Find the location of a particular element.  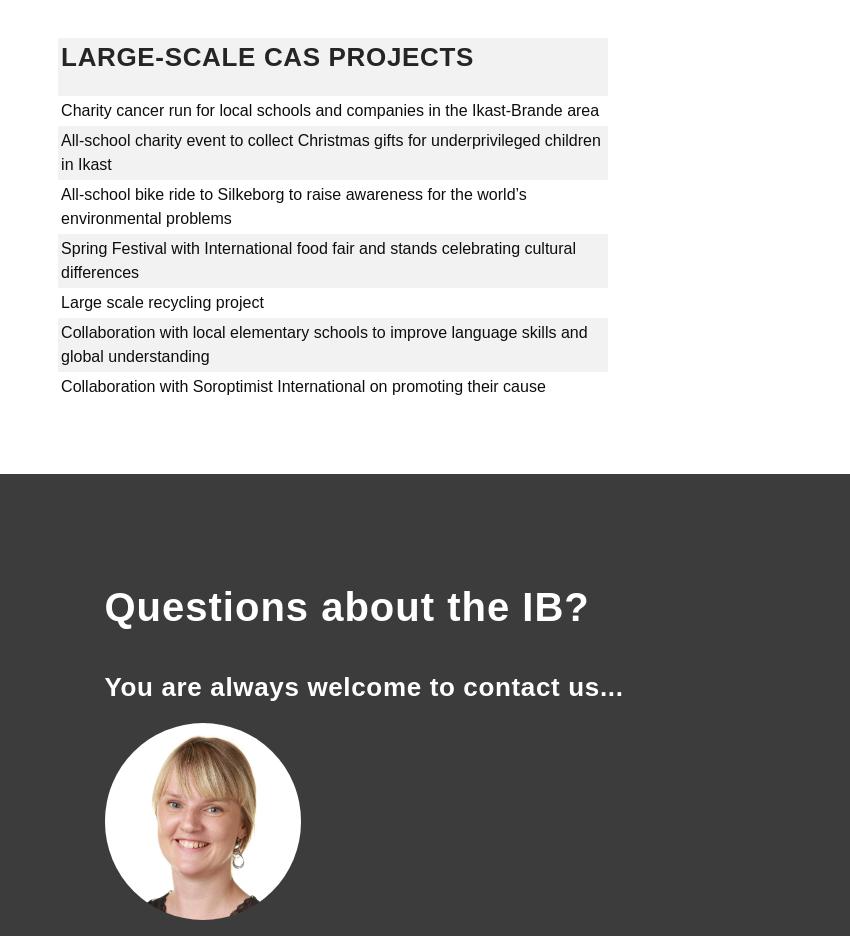

'Collaboration with Soroptimist International on promoting their cause' is located at coordinates (303, 386).